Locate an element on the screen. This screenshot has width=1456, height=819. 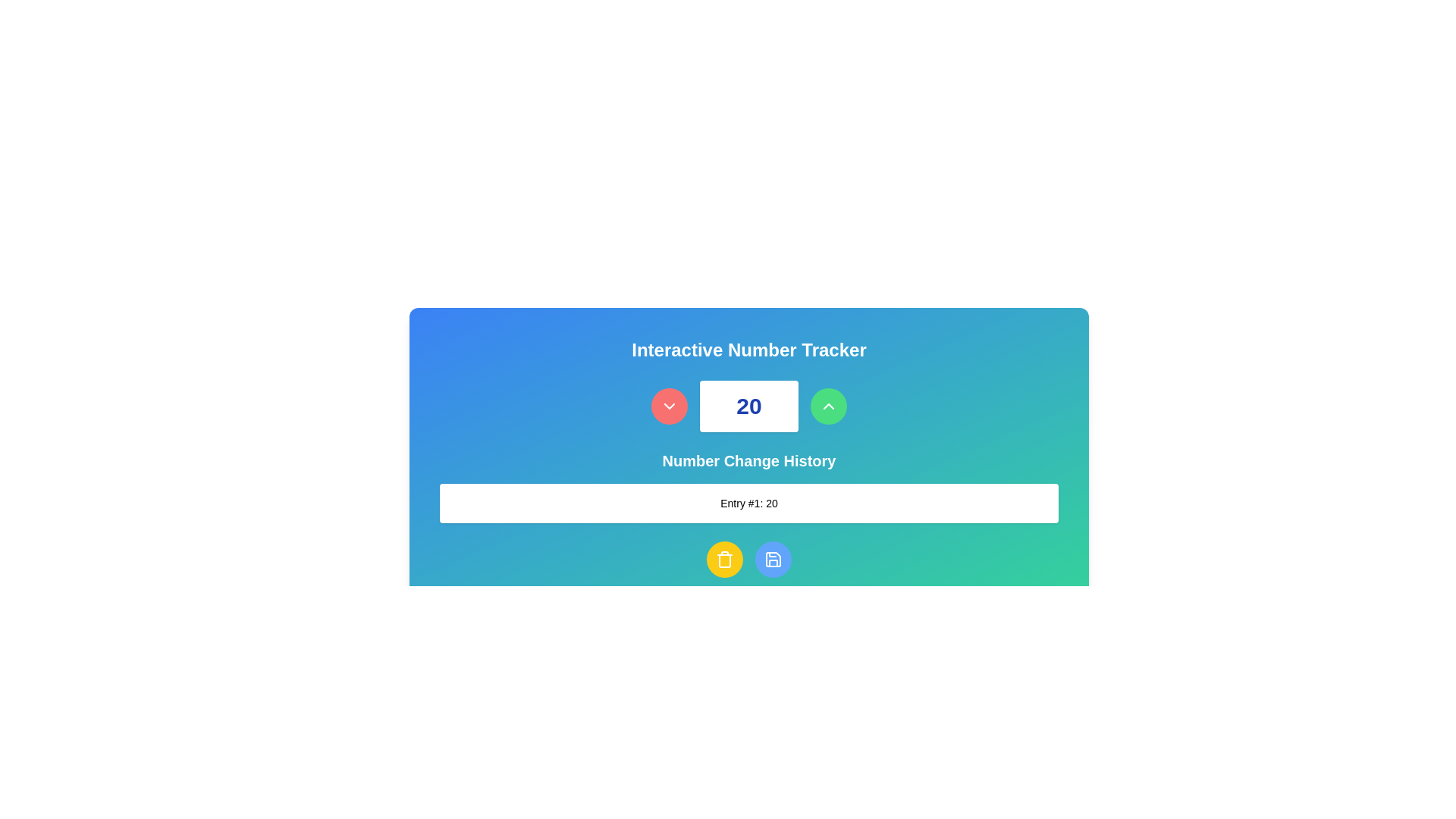
the button located to the right of the number display to increase the displayed number value by one is located at coordinates (827, 406).